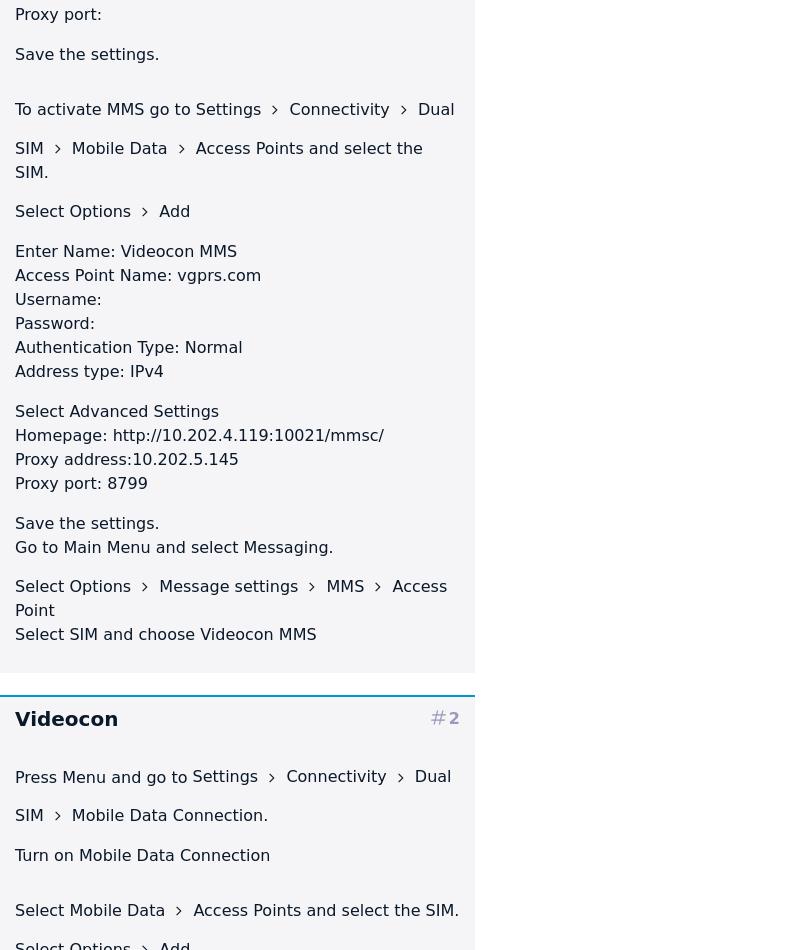 The height and width of the screenshot is (950, 800). I want to click on 'Turn on', so click(46, 854).